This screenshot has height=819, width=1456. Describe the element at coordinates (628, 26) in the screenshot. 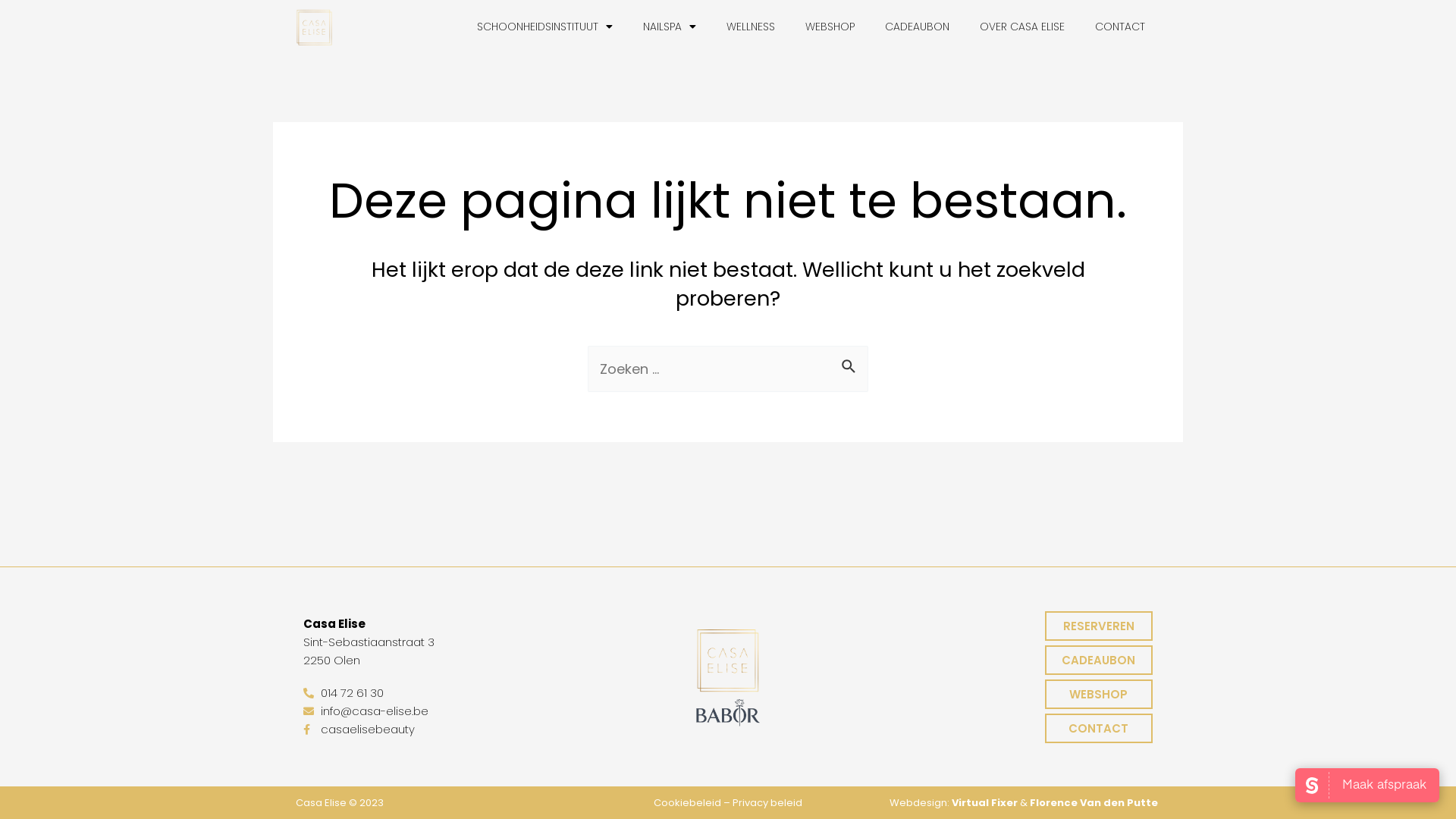

I see `'NAILSPA'` at that location.